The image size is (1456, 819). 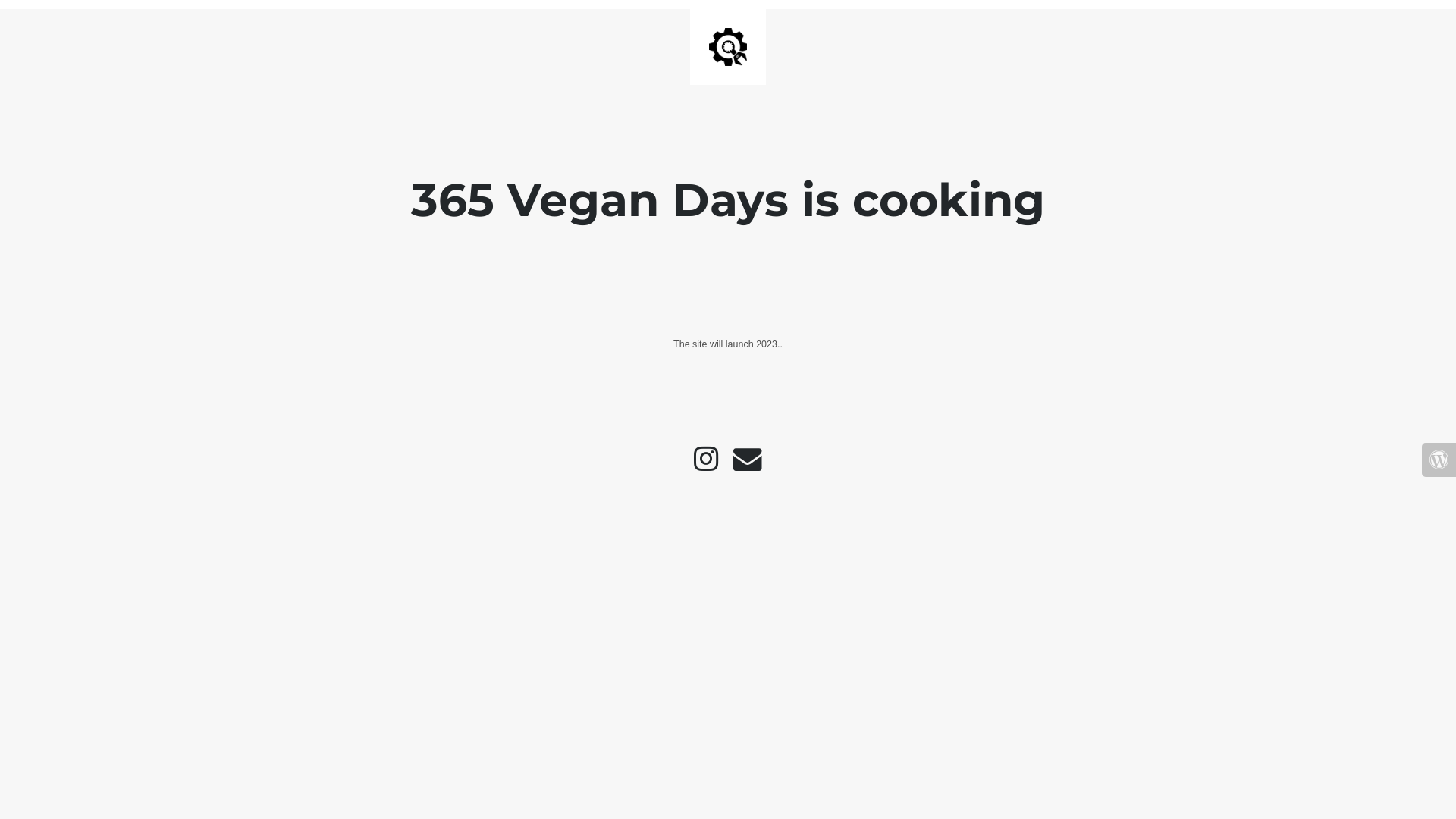 What do you see at coordinates (728, 45) in the screenshot?
I see `'Site is Under Construction'` at bounding box center [728, 45].